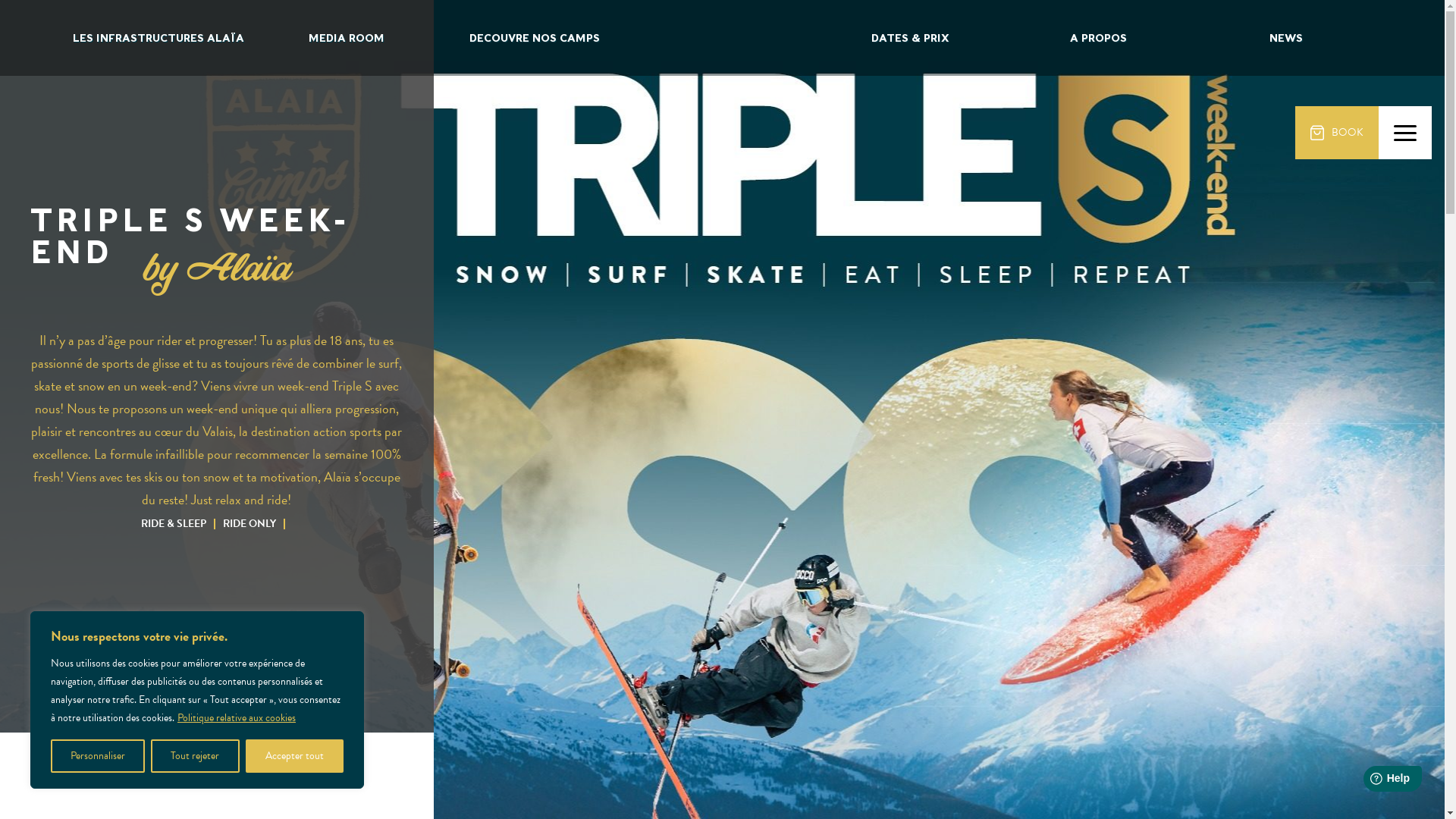 The height and width of the screenshot is (819, 1456). I want to click on 'Accepter tout', so click(294, 755).